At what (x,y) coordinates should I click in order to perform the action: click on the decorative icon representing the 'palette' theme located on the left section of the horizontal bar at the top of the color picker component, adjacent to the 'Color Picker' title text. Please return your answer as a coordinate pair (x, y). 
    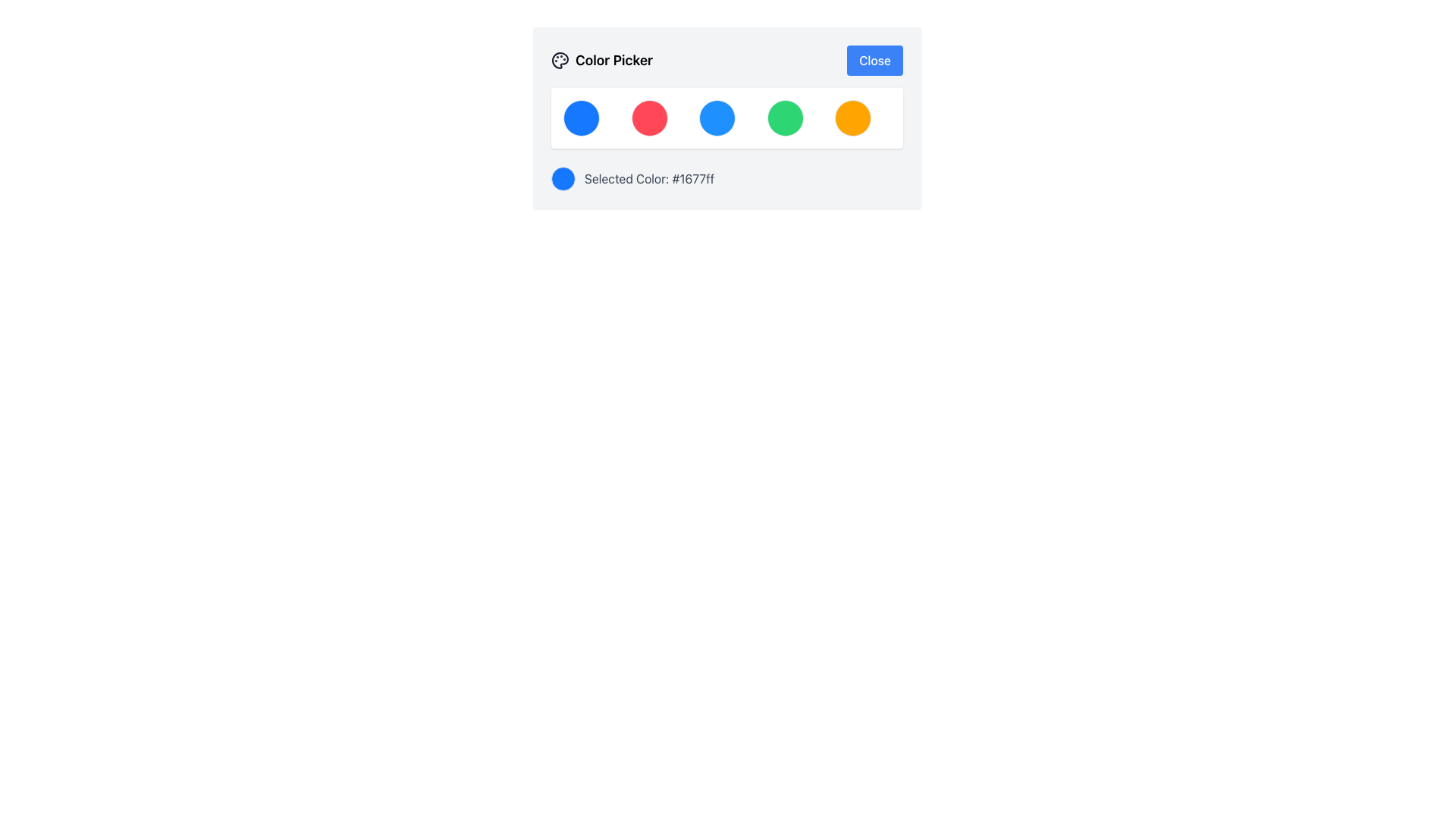
    Looking at the image, I should click on (560, 60).